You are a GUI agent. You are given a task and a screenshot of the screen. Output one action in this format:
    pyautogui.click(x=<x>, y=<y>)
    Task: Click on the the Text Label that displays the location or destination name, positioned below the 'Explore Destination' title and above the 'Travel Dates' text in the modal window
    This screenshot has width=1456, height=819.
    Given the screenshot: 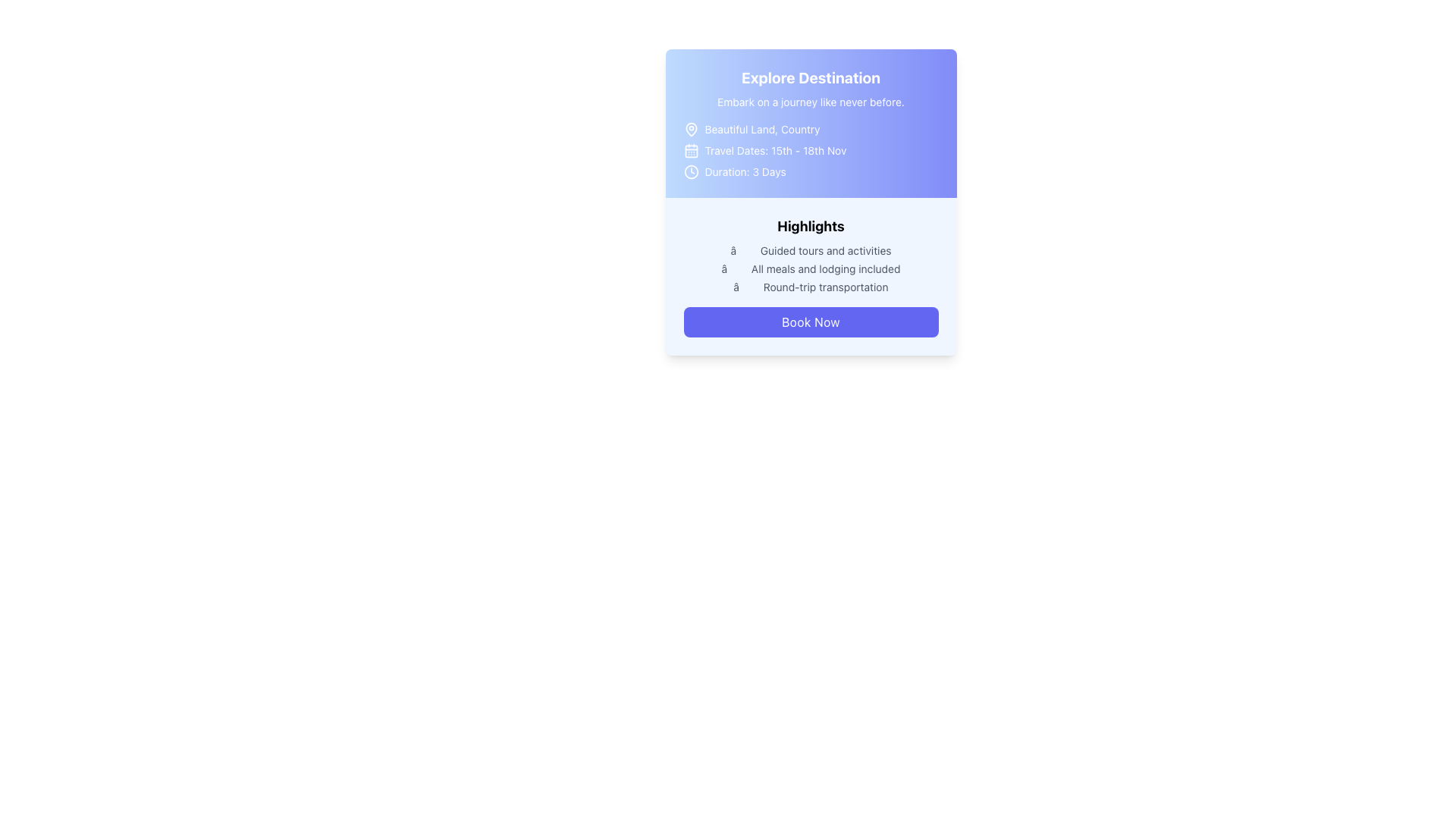 What is the action you would take?
    pyautogui.click(x=762, y=128)
    